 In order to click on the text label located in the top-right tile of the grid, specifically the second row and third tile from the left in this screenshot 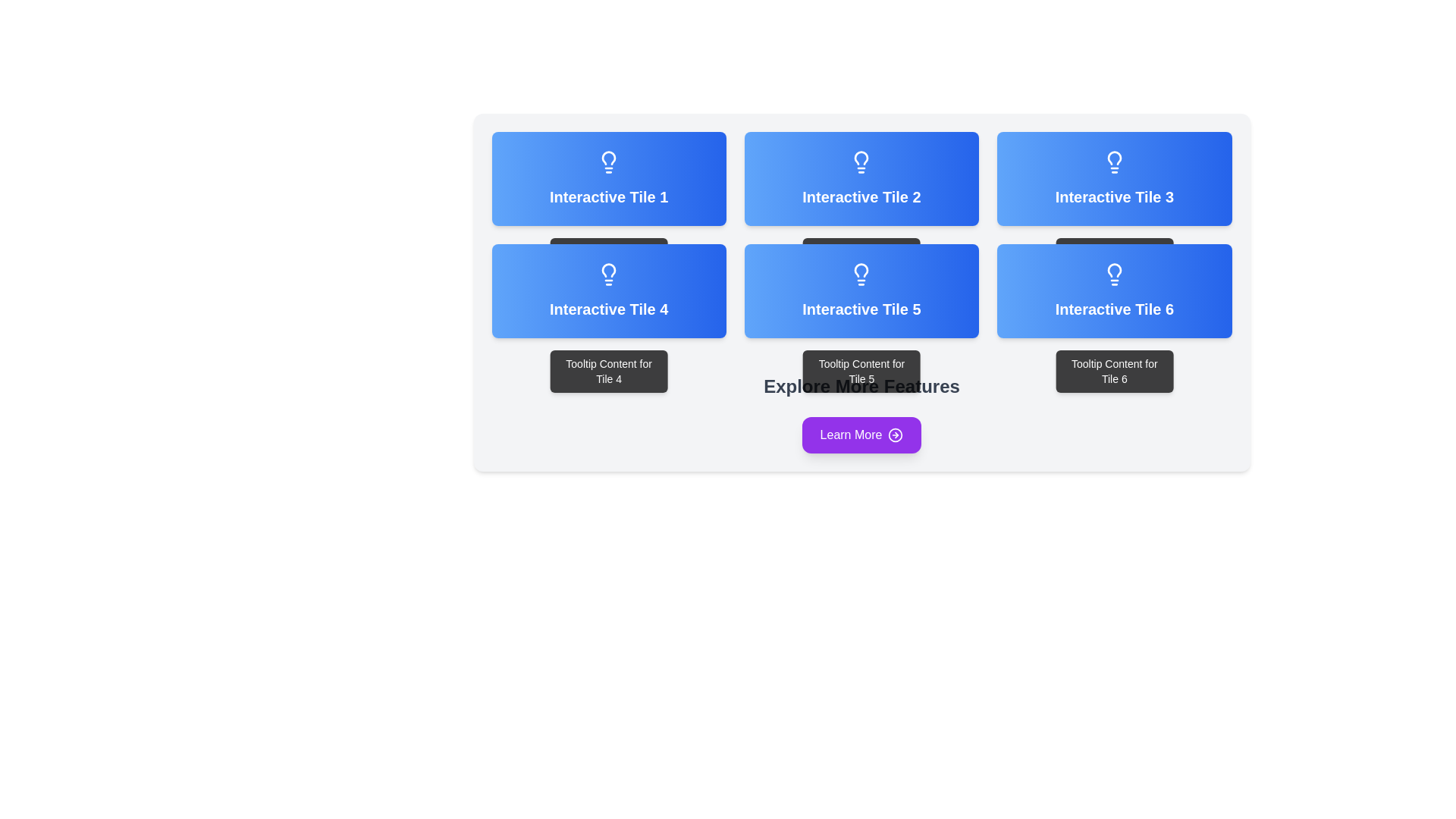, I will do `click(1114, 196)`.